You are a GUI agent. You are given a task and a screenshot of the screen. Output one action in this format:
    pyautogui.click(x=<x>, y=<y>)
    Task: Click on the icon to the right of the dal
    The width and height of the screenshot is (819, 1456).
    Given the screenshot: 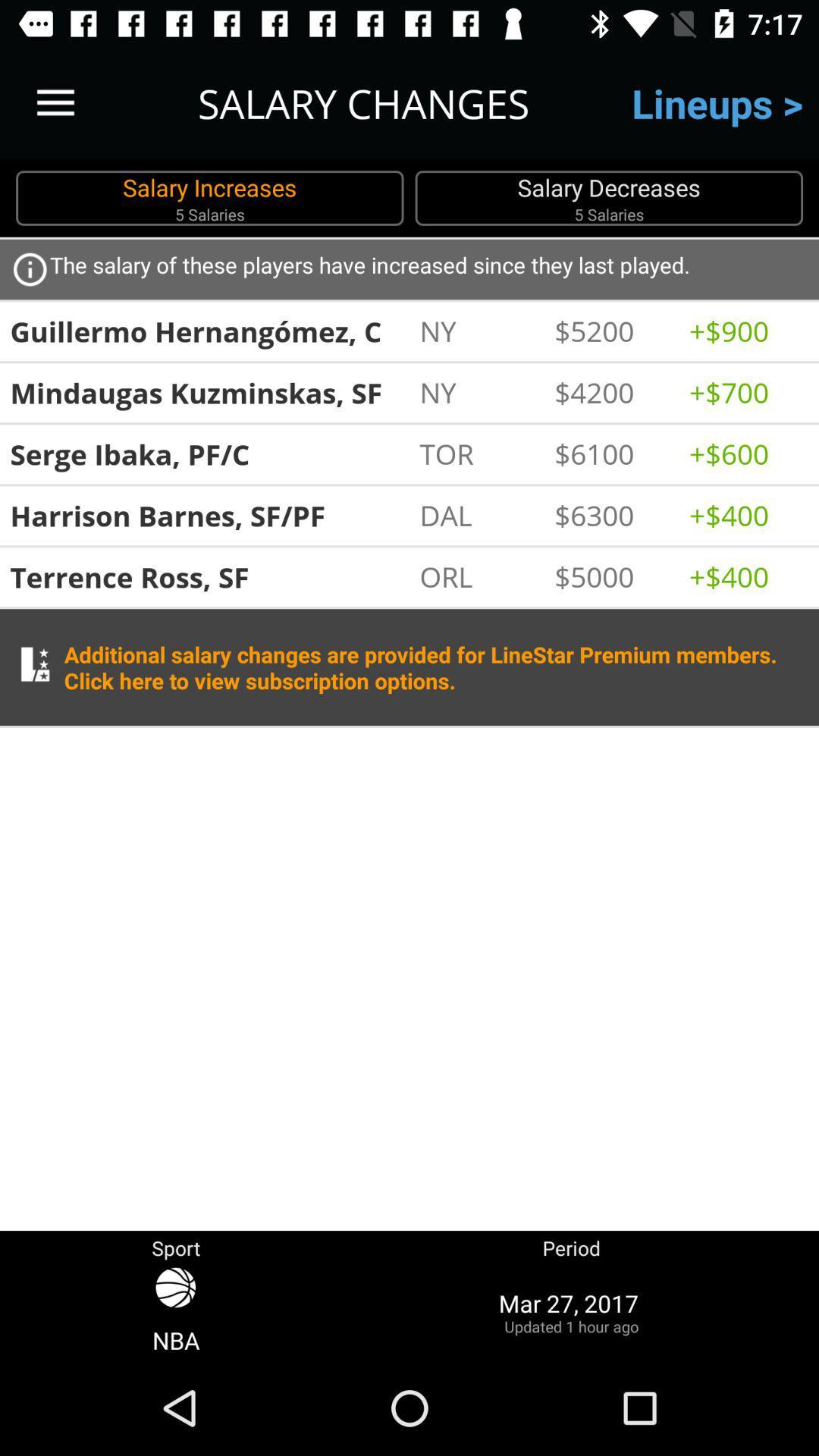 What is the action you would take?
    pyautogui.click(x=613, y=515)
    